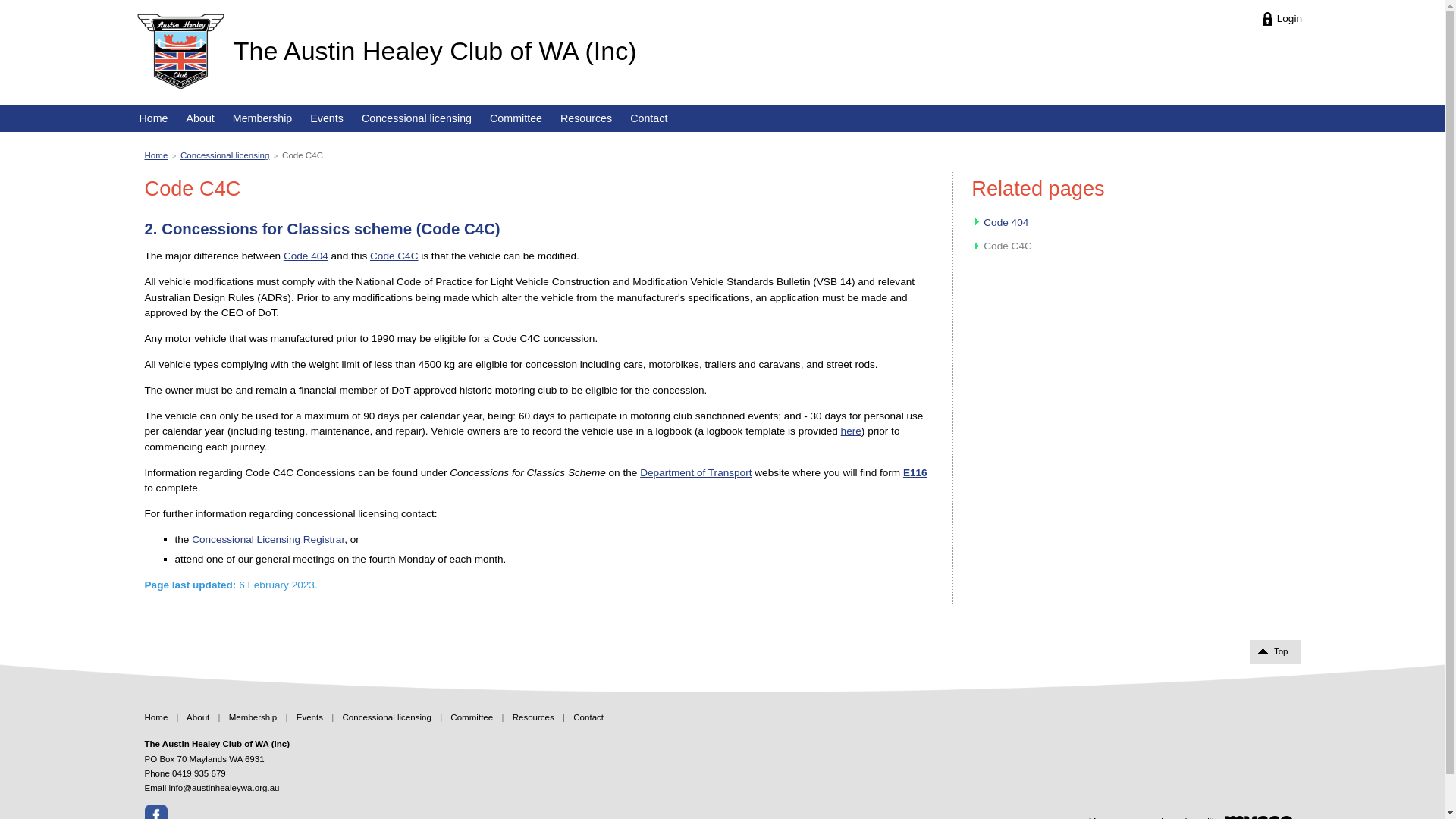  What do you see at coordinates (224, 155) in the screenshot?
I see `'Concessional licensing'` at bounding box center [224, 155].